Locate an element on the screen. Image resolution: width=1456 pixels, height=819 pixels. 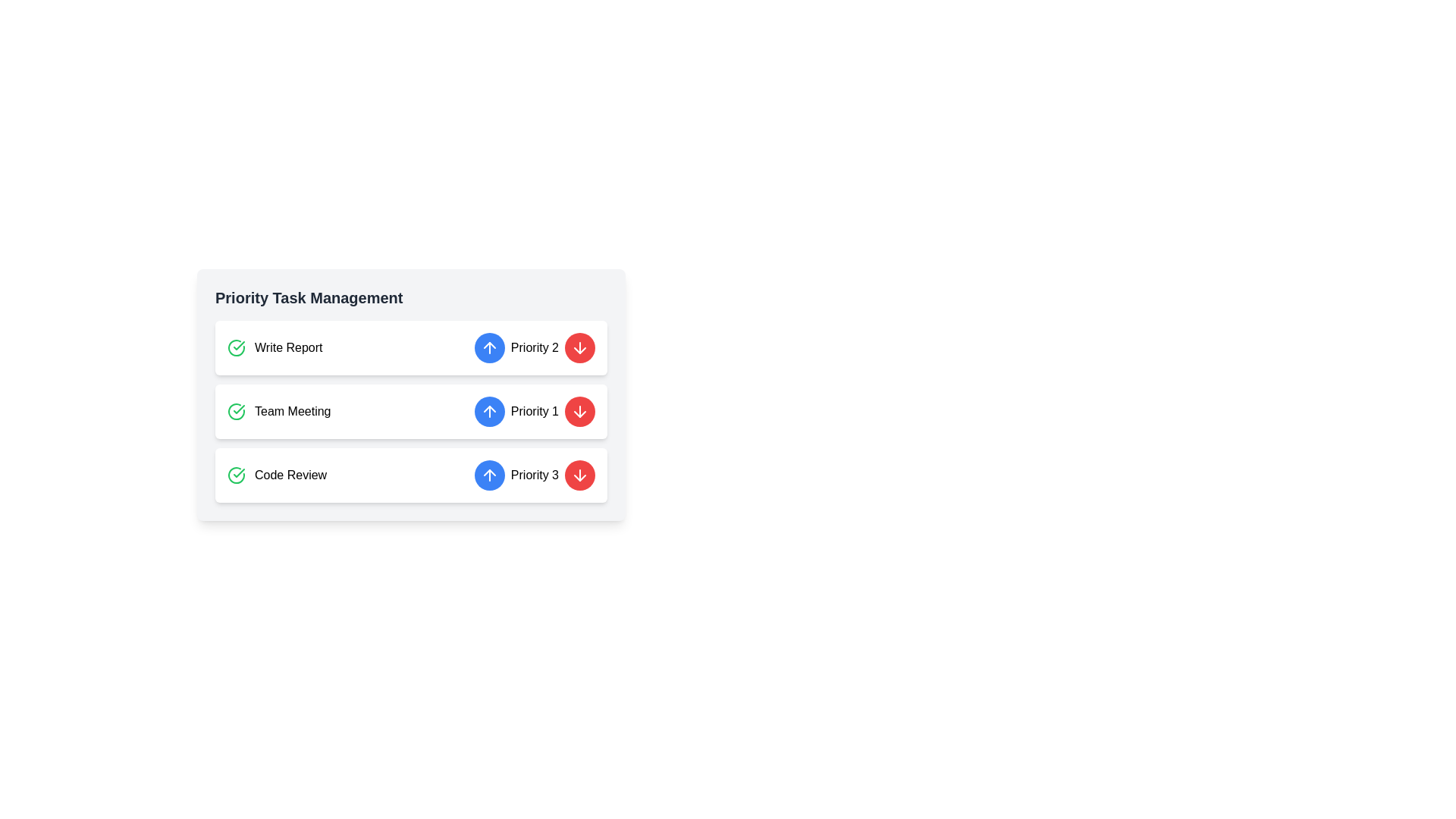
the button that decreases the priority level of the associated task, located to the right of the 'Priority 2' label in the first row of the priority task management list is located at coordinates (579, 348).